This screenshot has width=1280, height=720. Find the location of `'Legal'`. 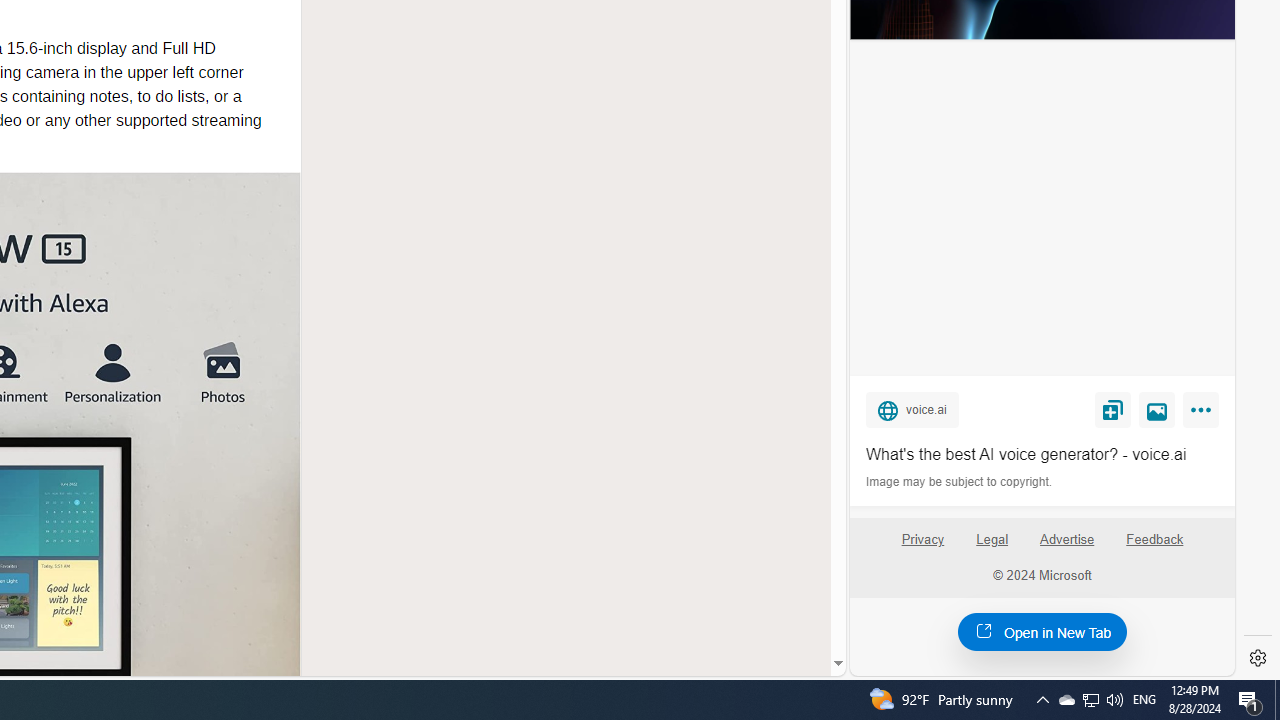

'Legal' is located at coordinates (992, 547).